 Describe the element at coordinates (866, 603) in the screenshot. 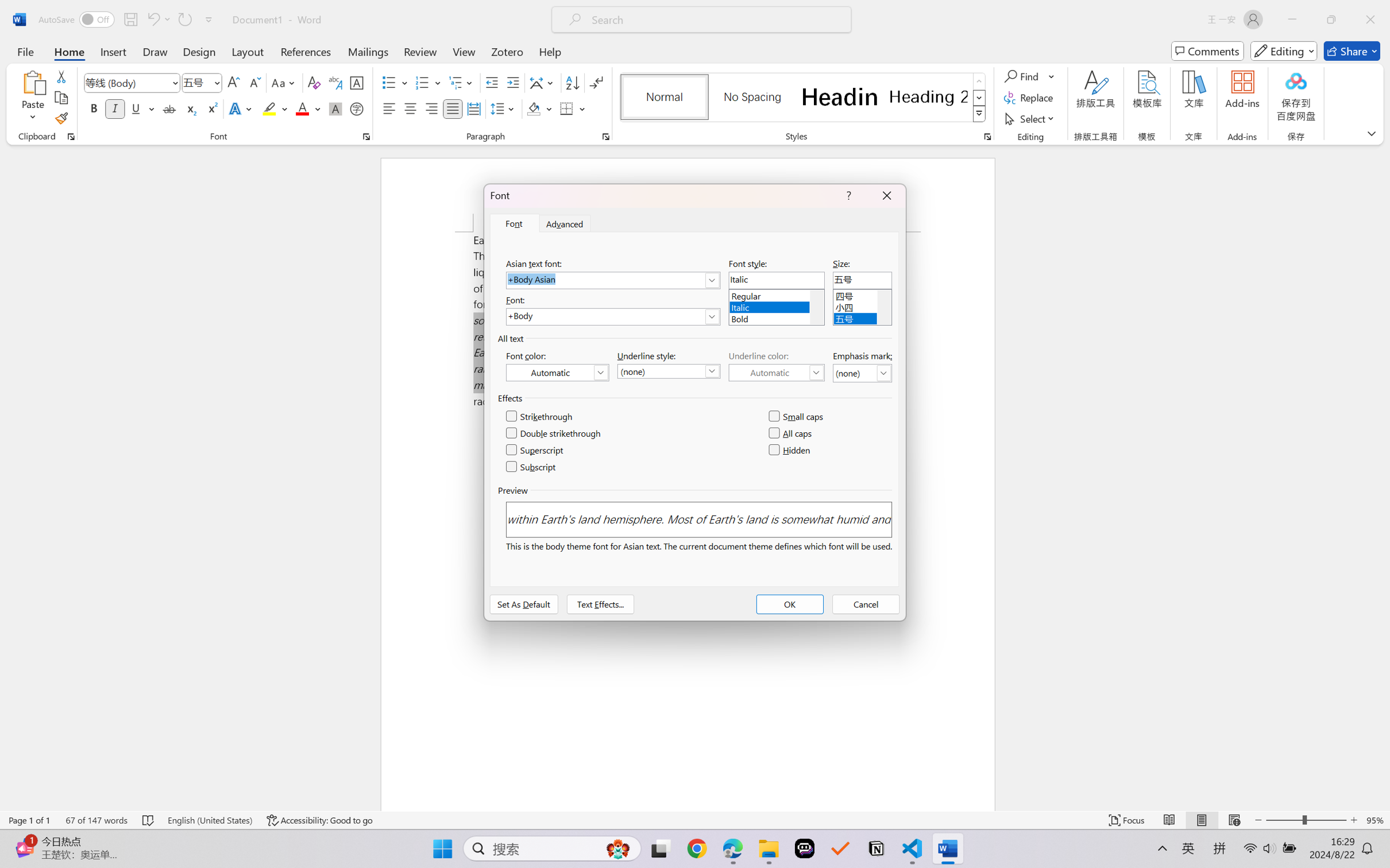

I see `'Cancel'` at that location.